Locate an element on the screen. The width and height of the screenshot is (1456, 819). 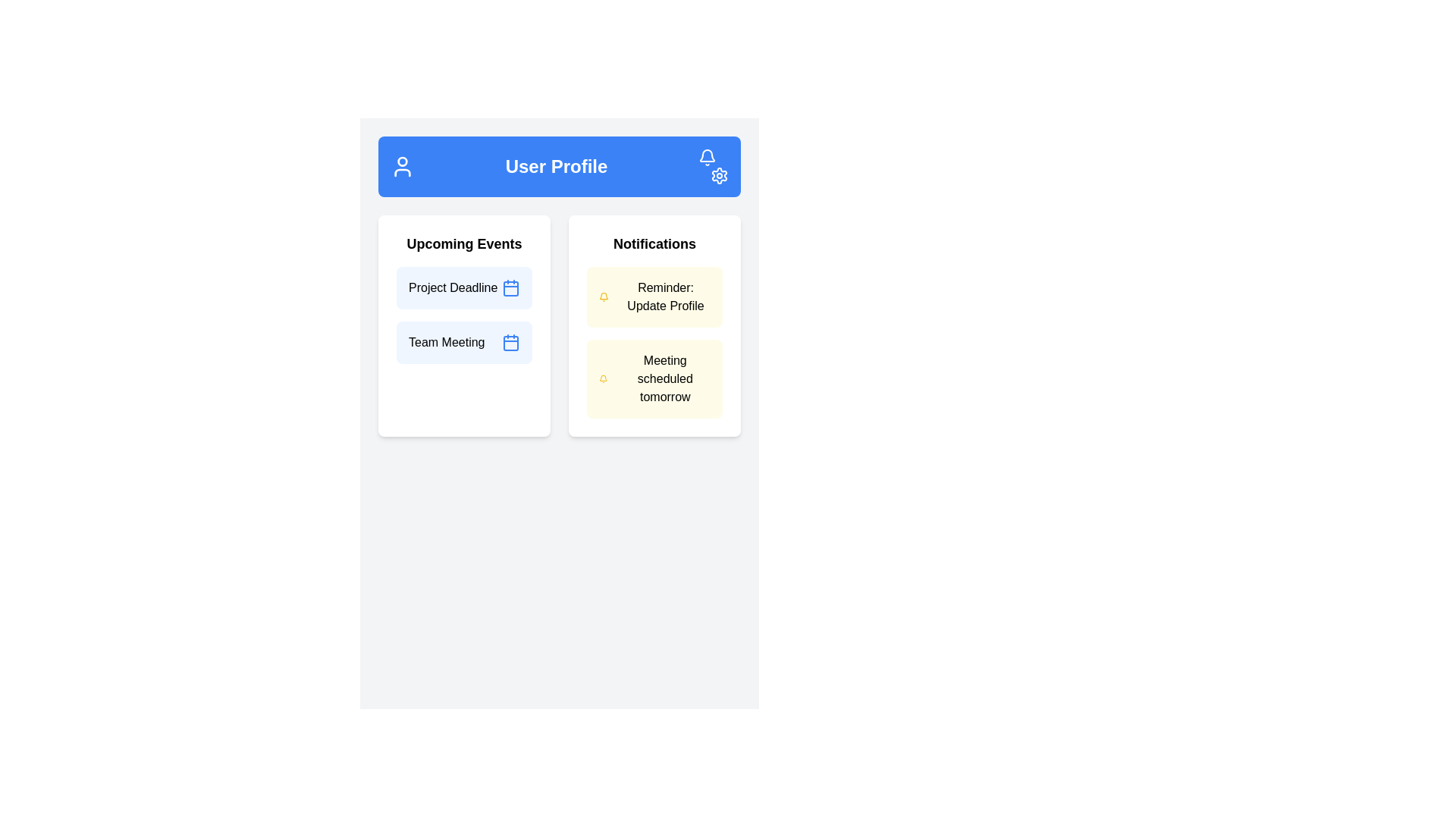
the SVG element representing a calendar date cell located near the bottom-right corner inside the calendar icon, which is to the right of the 'Project Deadline' text in the 'Upcoming Events' section is located at coordinates (510, 289).